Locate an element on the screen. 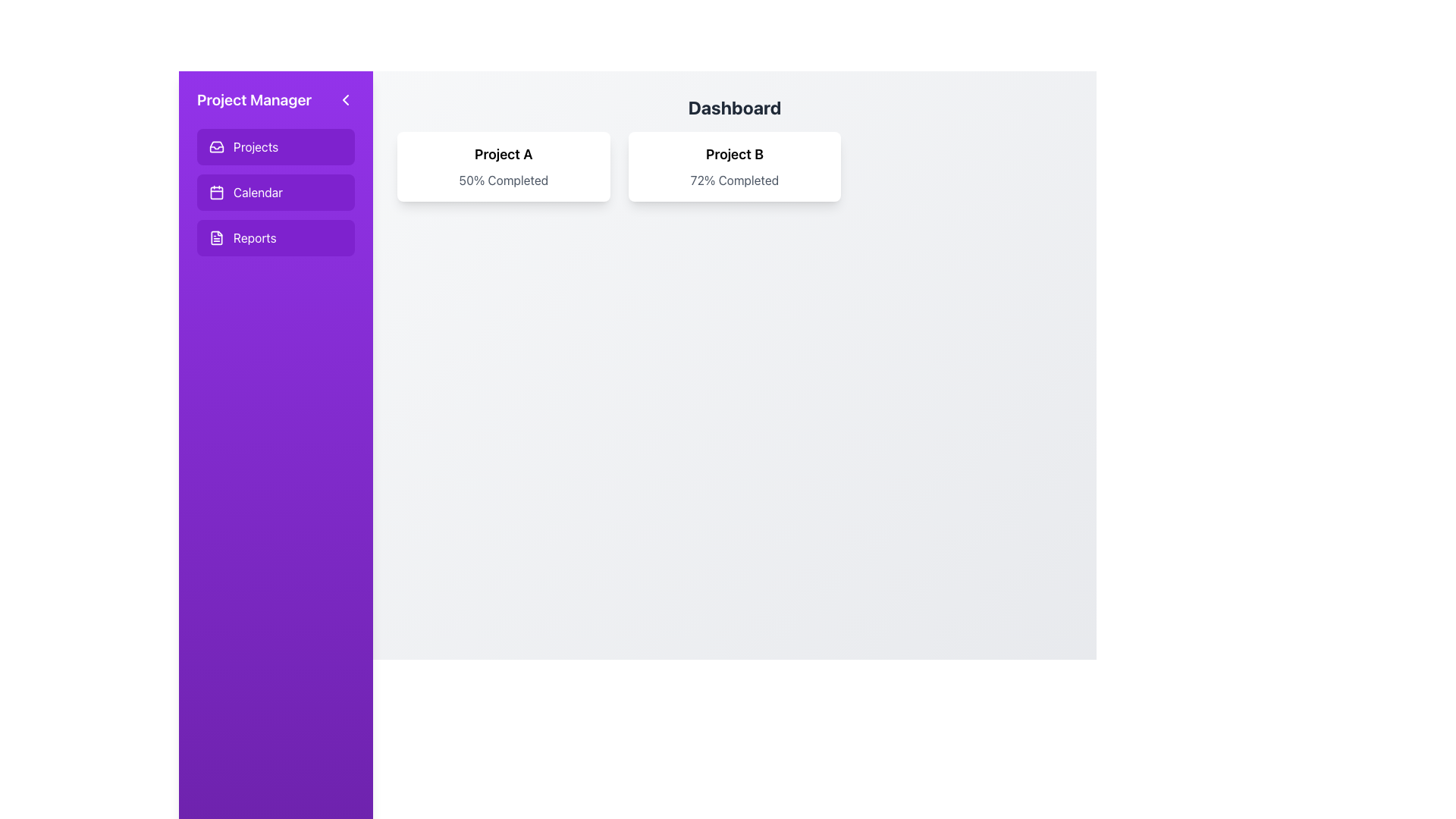  the 'Reports' icon located in the sidebar menu, positioned below the 'Projects' and 'Calendar' buttons is located at coordinates (216, 237).